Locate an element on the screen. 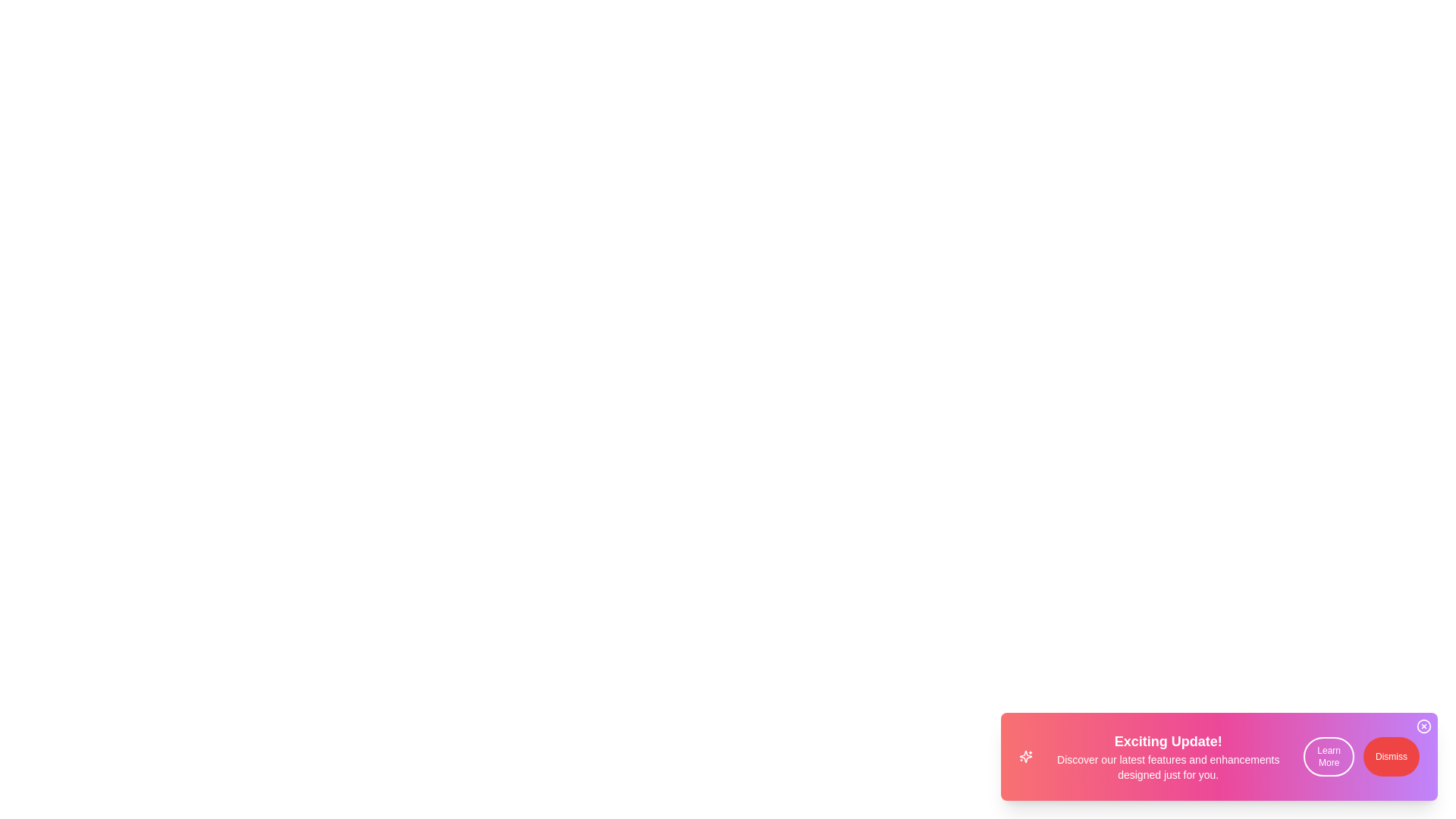 The image size is (1456, 819). the button Learn More to observe its hover effect is located at coordinates (1328, 757).